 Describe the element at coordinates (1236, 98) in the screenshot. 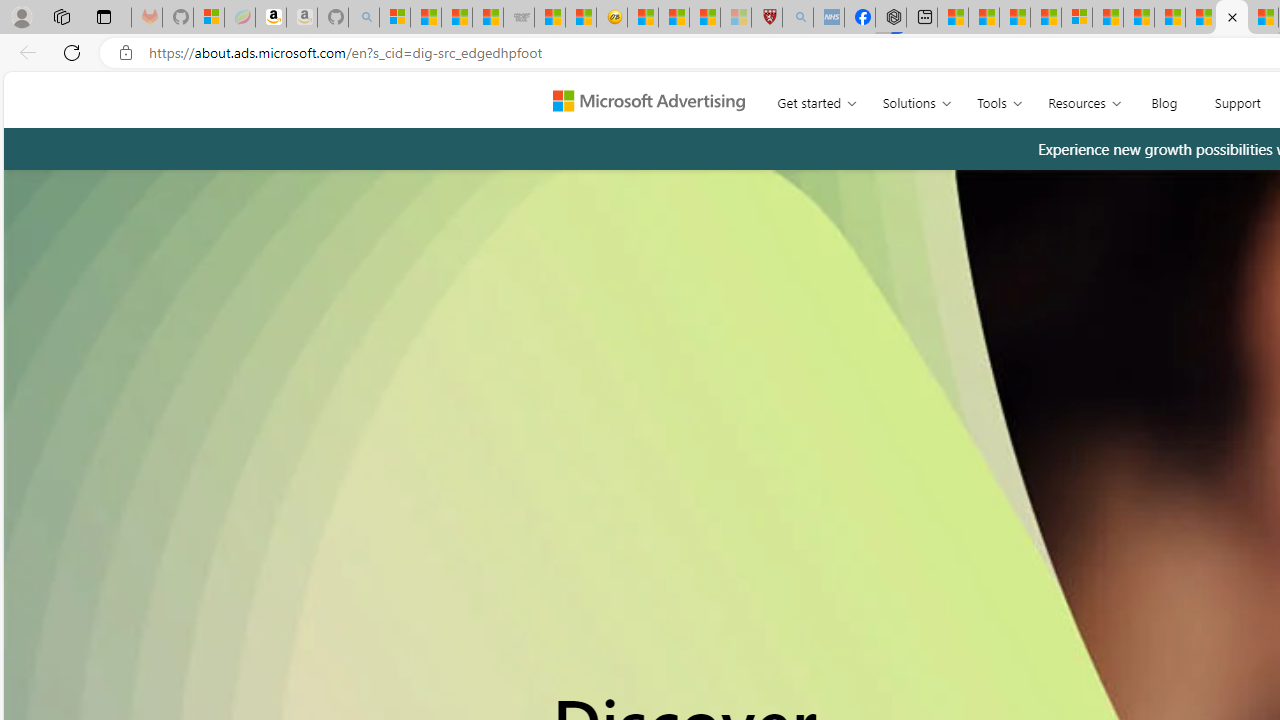

I see `'Support'` at that location.